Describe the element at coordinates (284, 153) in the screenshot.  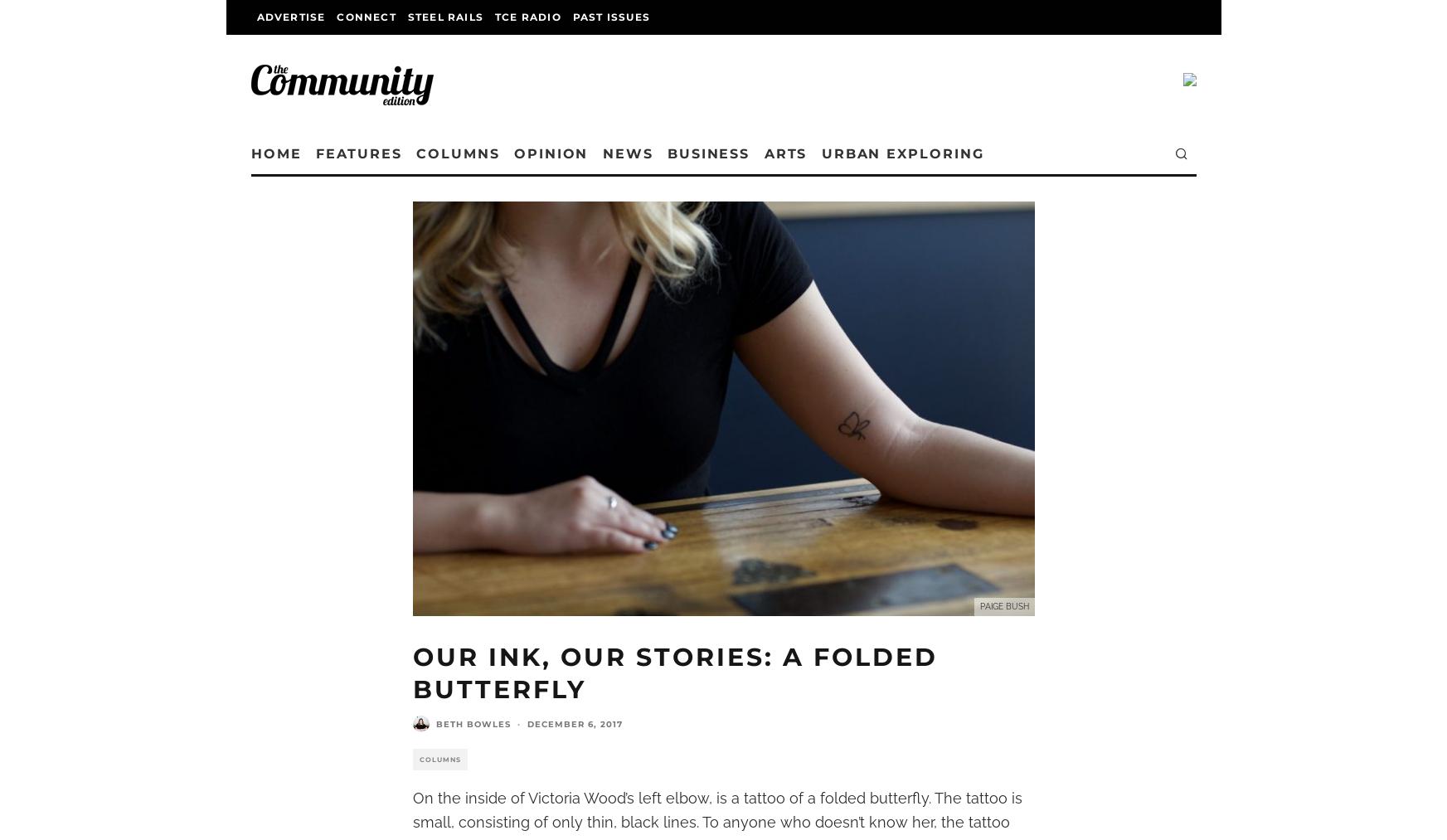
I see `'Home'` at that location.